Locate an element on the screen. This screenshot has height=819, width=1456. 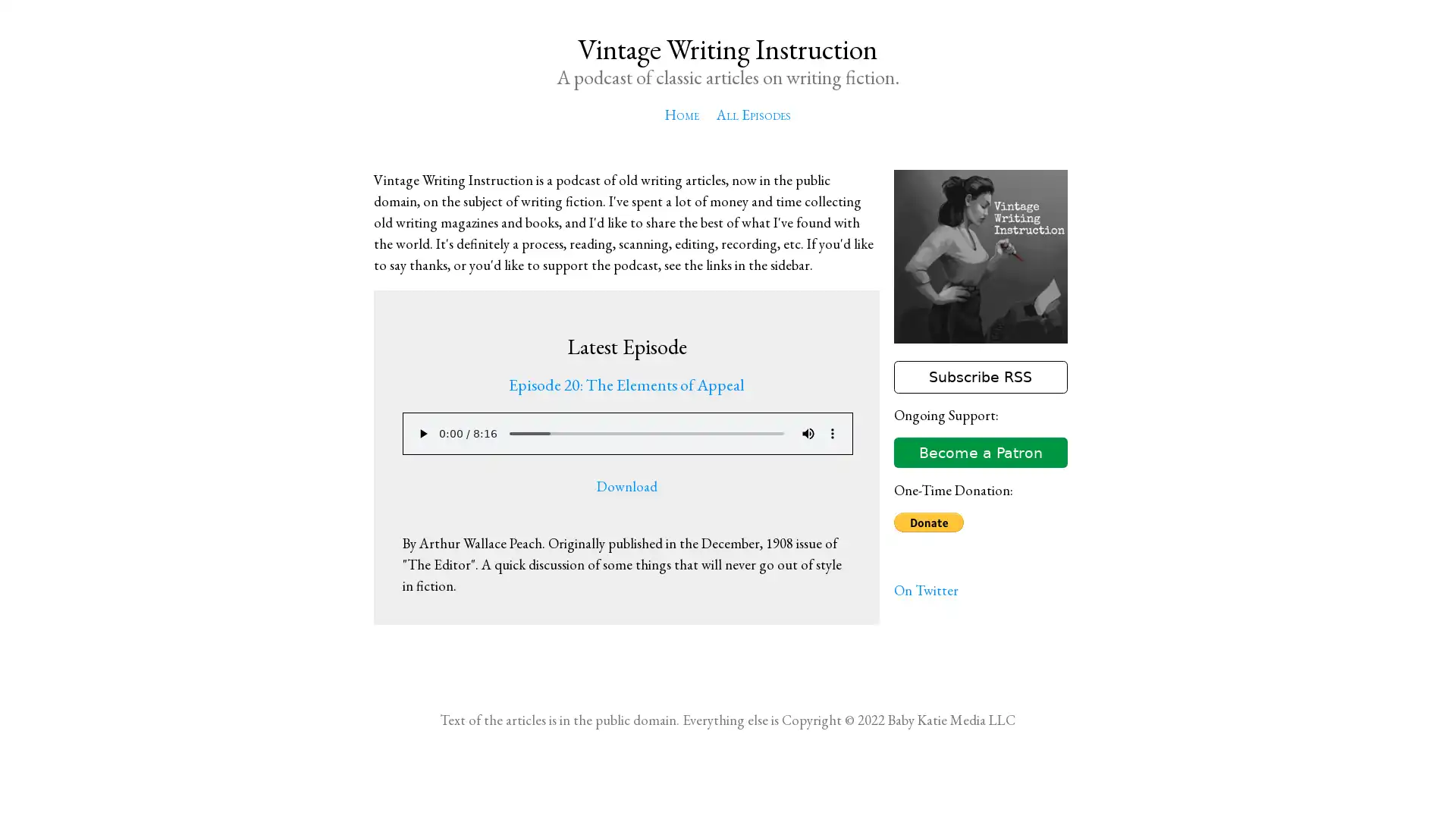
mute is located at coordinates (807, 433).